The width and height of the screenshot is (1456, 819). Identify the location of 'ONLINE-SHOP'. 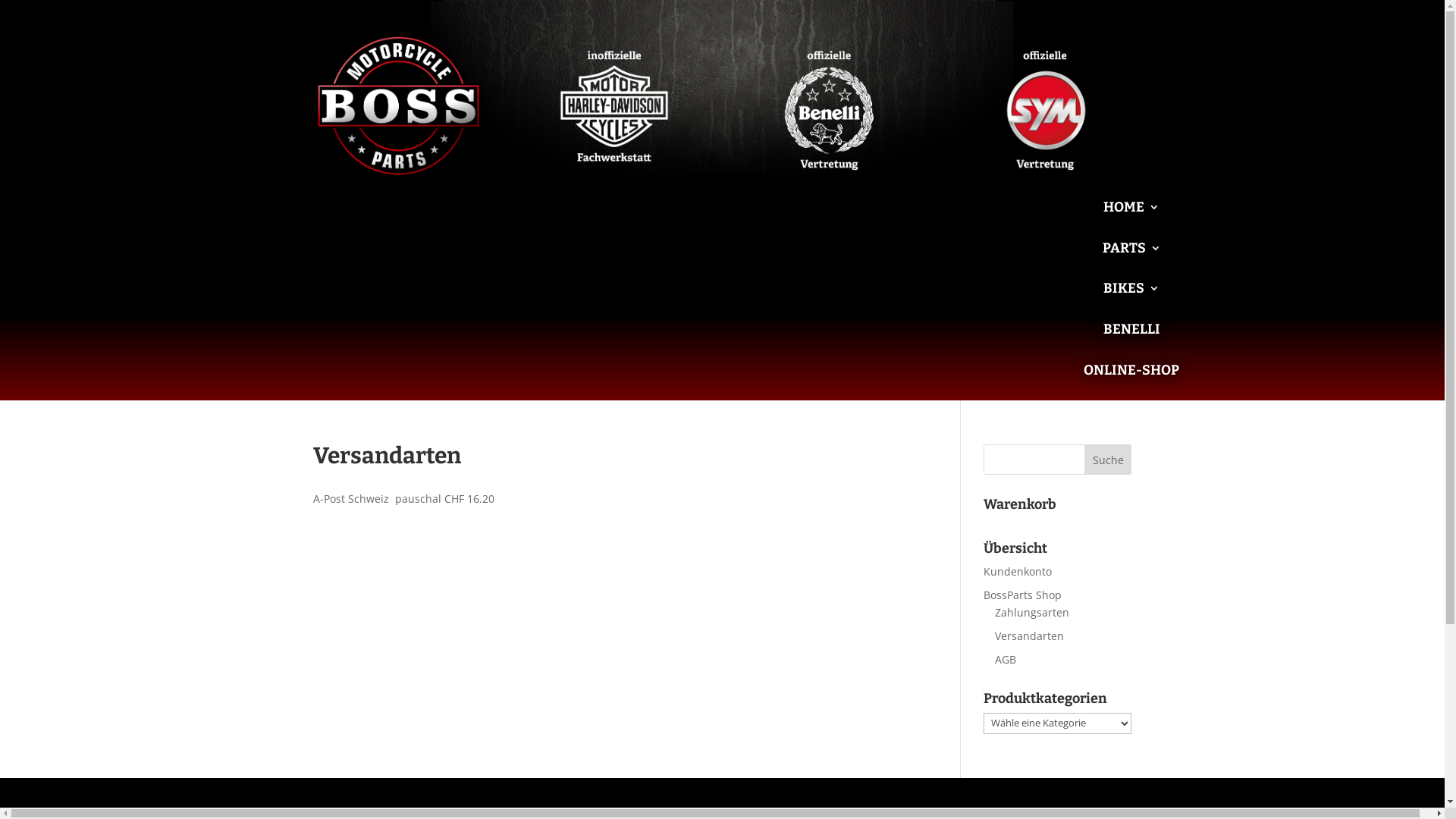
(1131, 381).